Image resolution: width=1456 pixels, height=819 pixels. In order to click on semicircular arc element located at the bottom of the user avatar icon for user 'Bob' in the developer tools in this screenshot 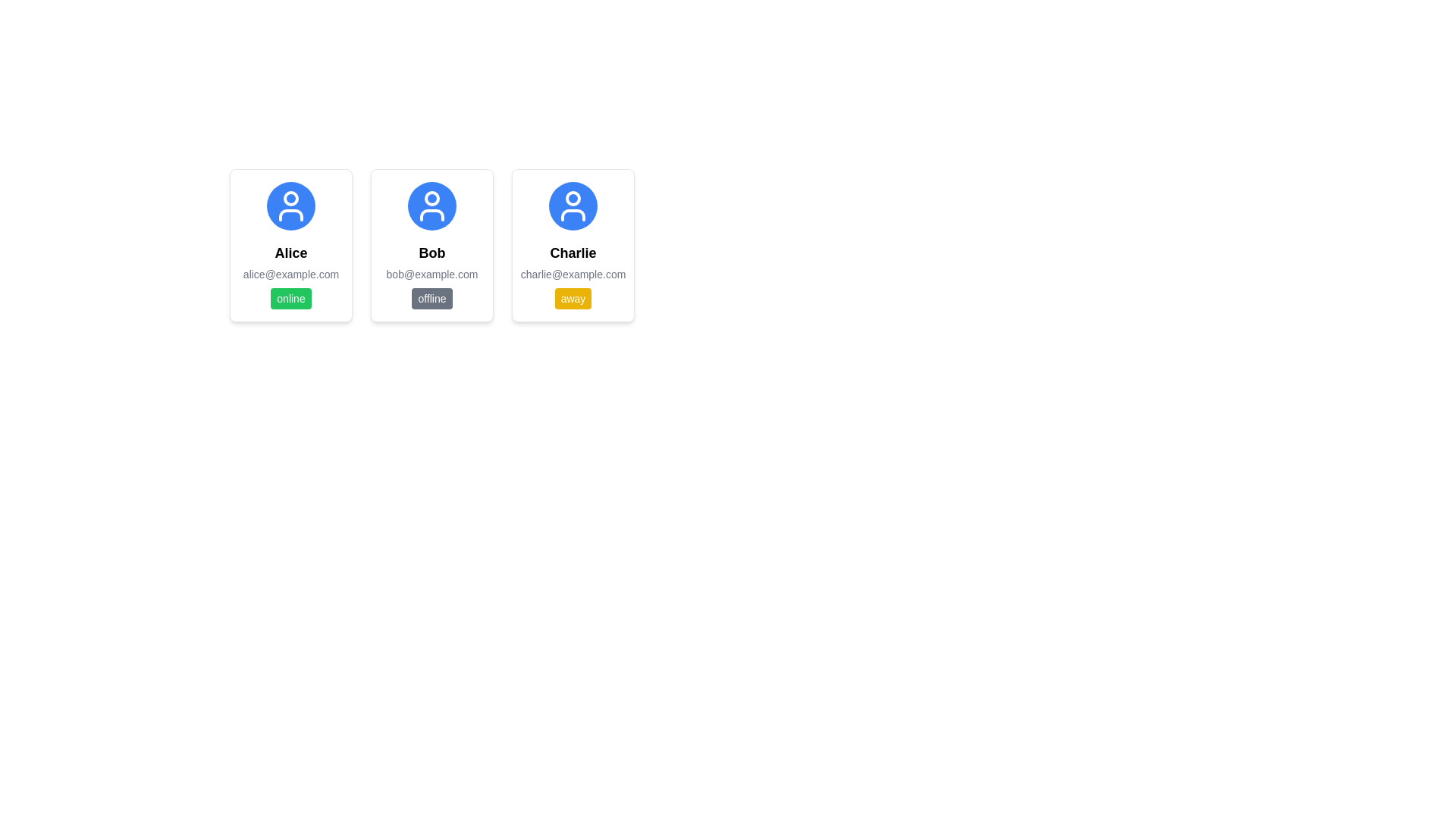, I will do `click(431, 215)`.